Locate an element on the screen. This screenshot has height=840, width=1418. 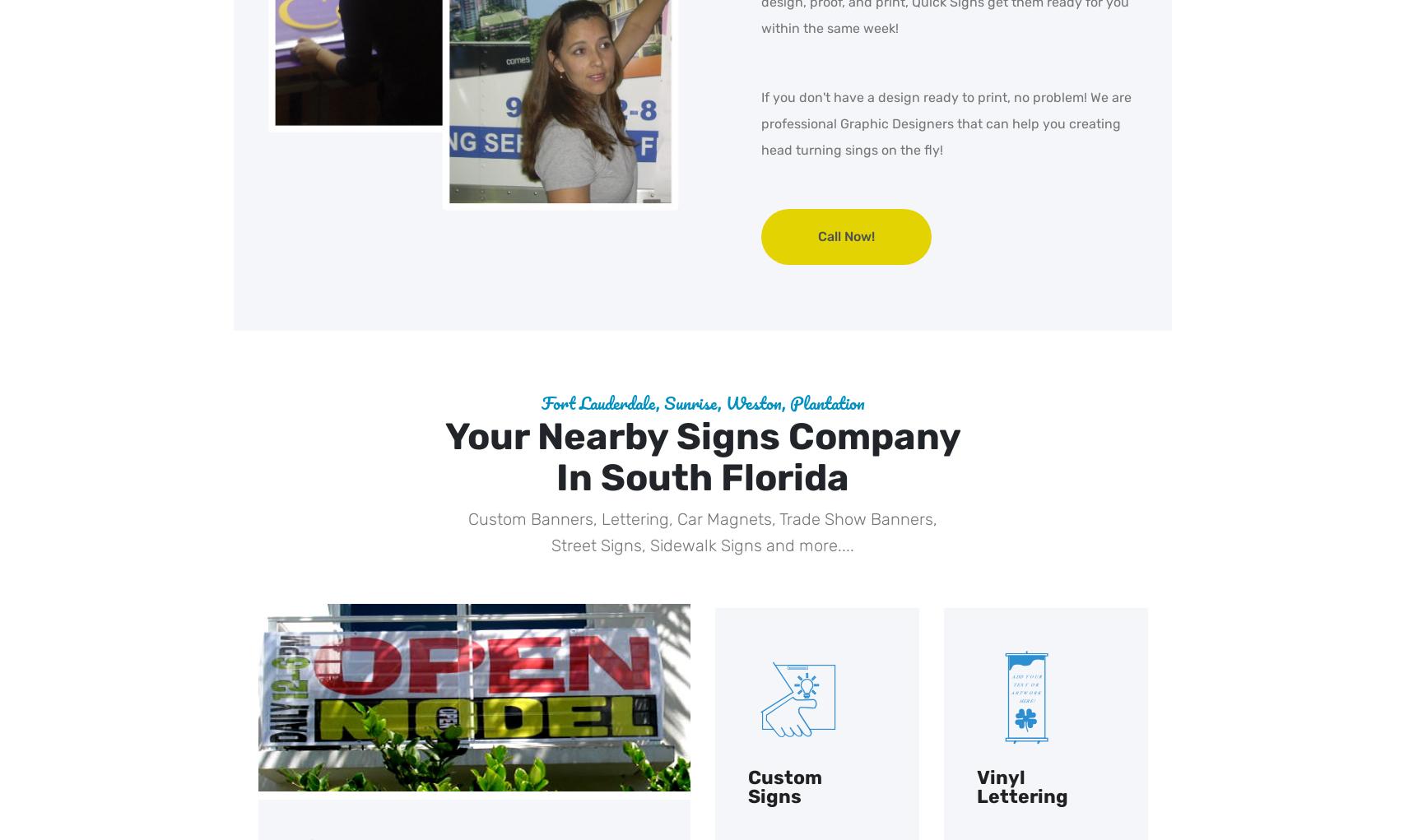
'Street
            Signs, Sidewalk Signs and more....' is located at coordinates (702, 545).